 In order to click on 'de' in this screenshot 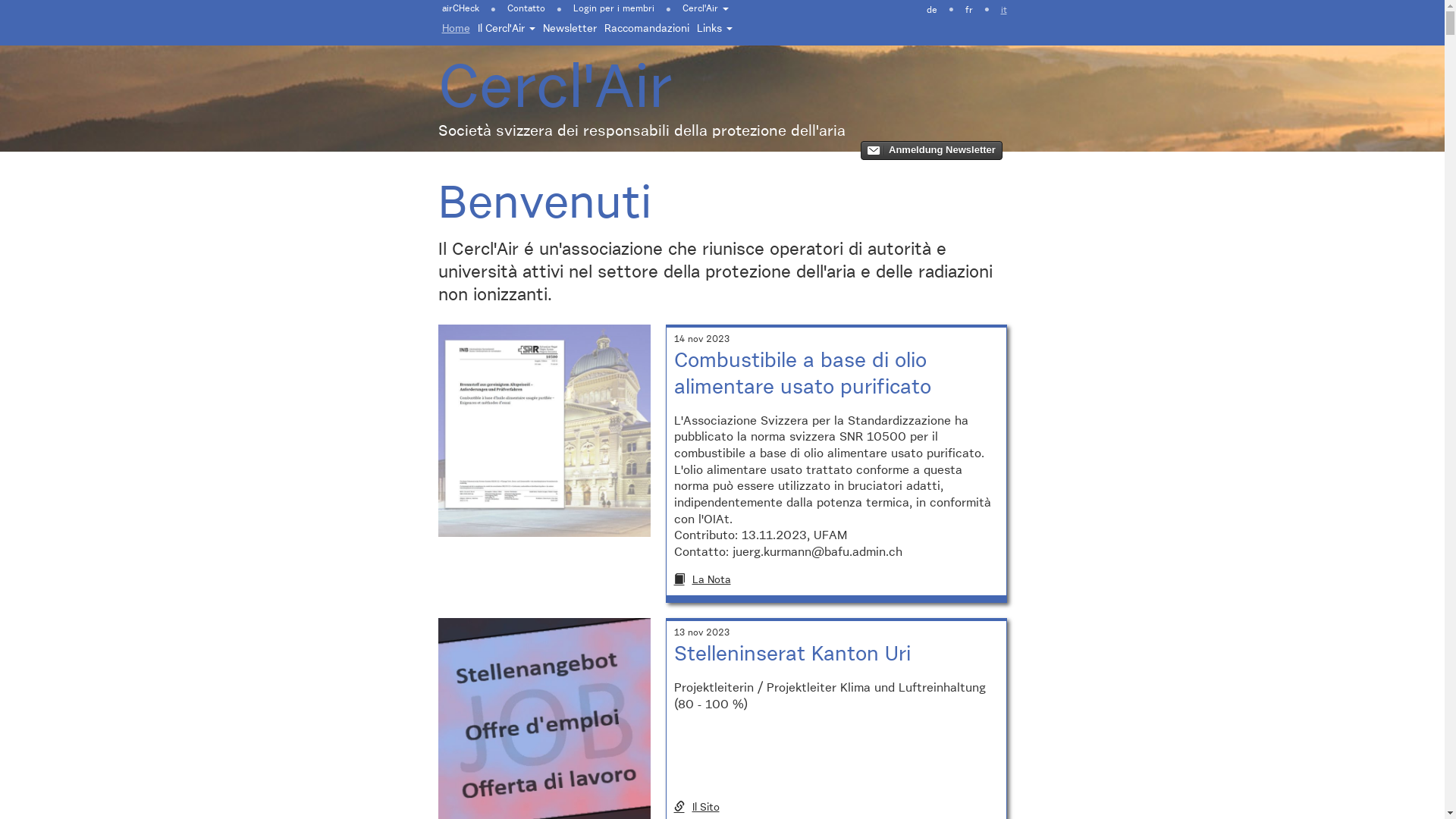, I will do `click(913, 9)`.